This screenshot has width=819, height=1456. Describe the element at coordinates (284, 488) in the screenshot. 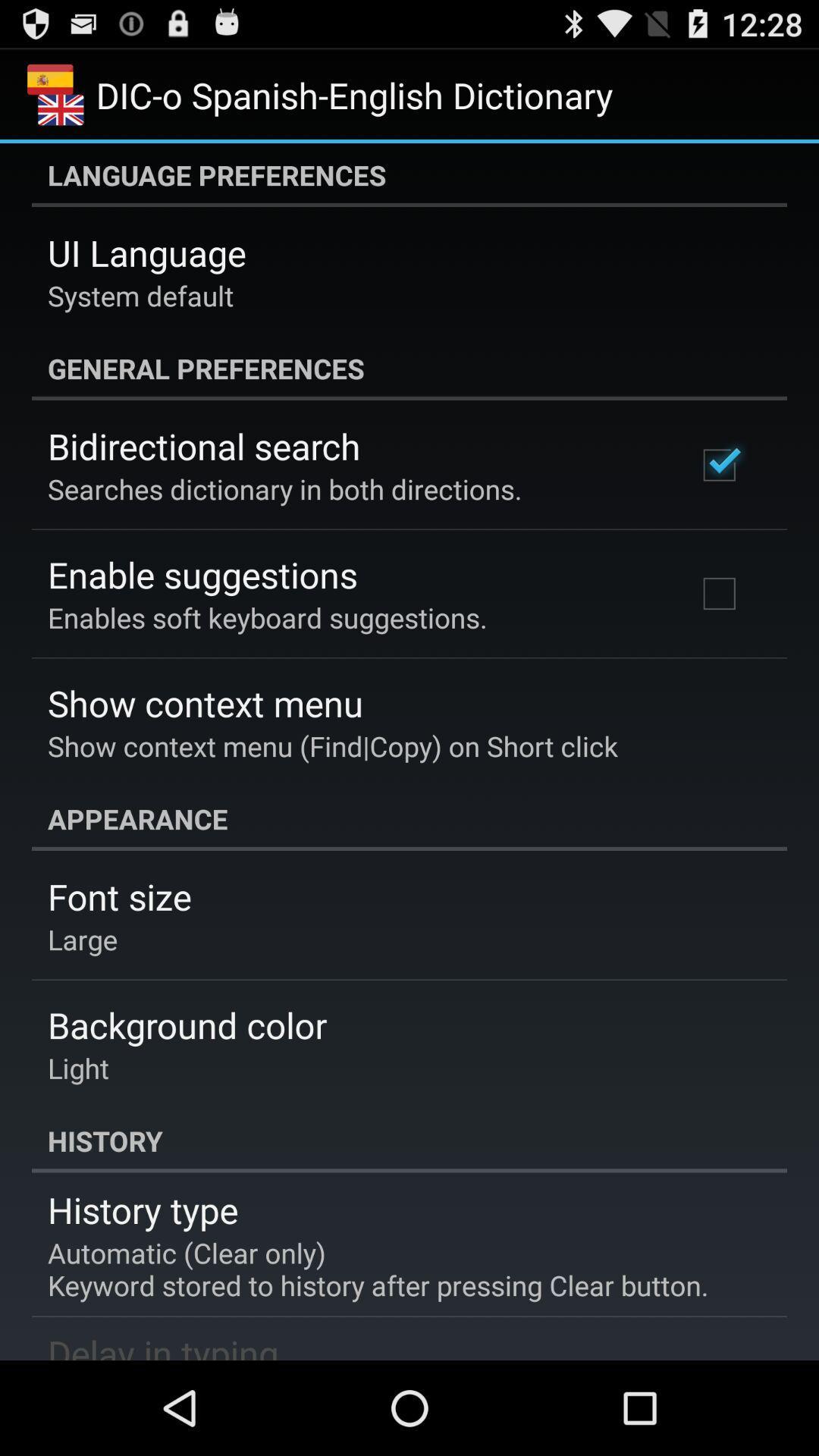

I see `icon above enable suggestions icon` at that location.